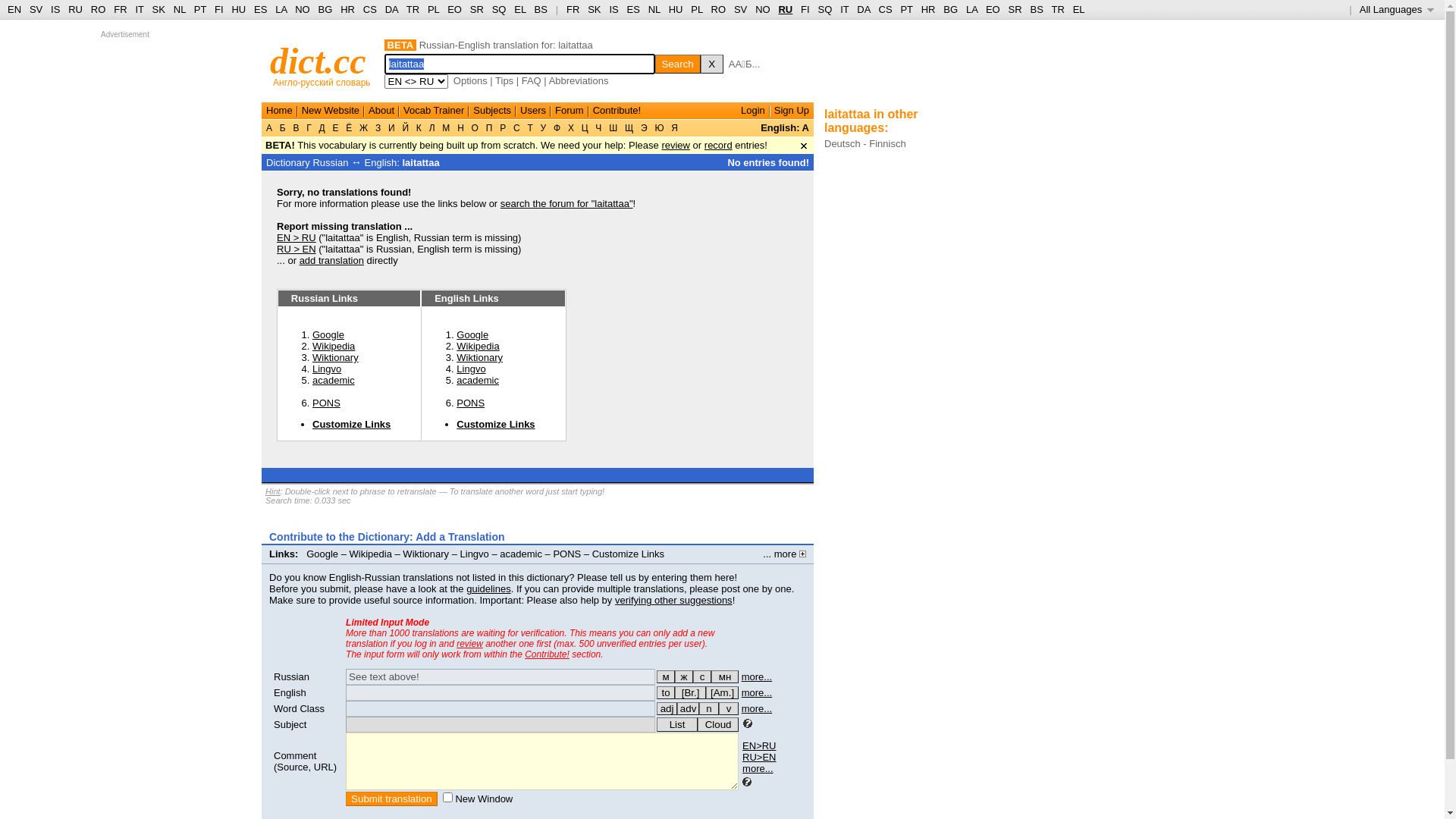 The image size is (1456, 819). Describe the element at coordinates (312, 369) in the screenshot. I see `'Lingvo'` at that location.